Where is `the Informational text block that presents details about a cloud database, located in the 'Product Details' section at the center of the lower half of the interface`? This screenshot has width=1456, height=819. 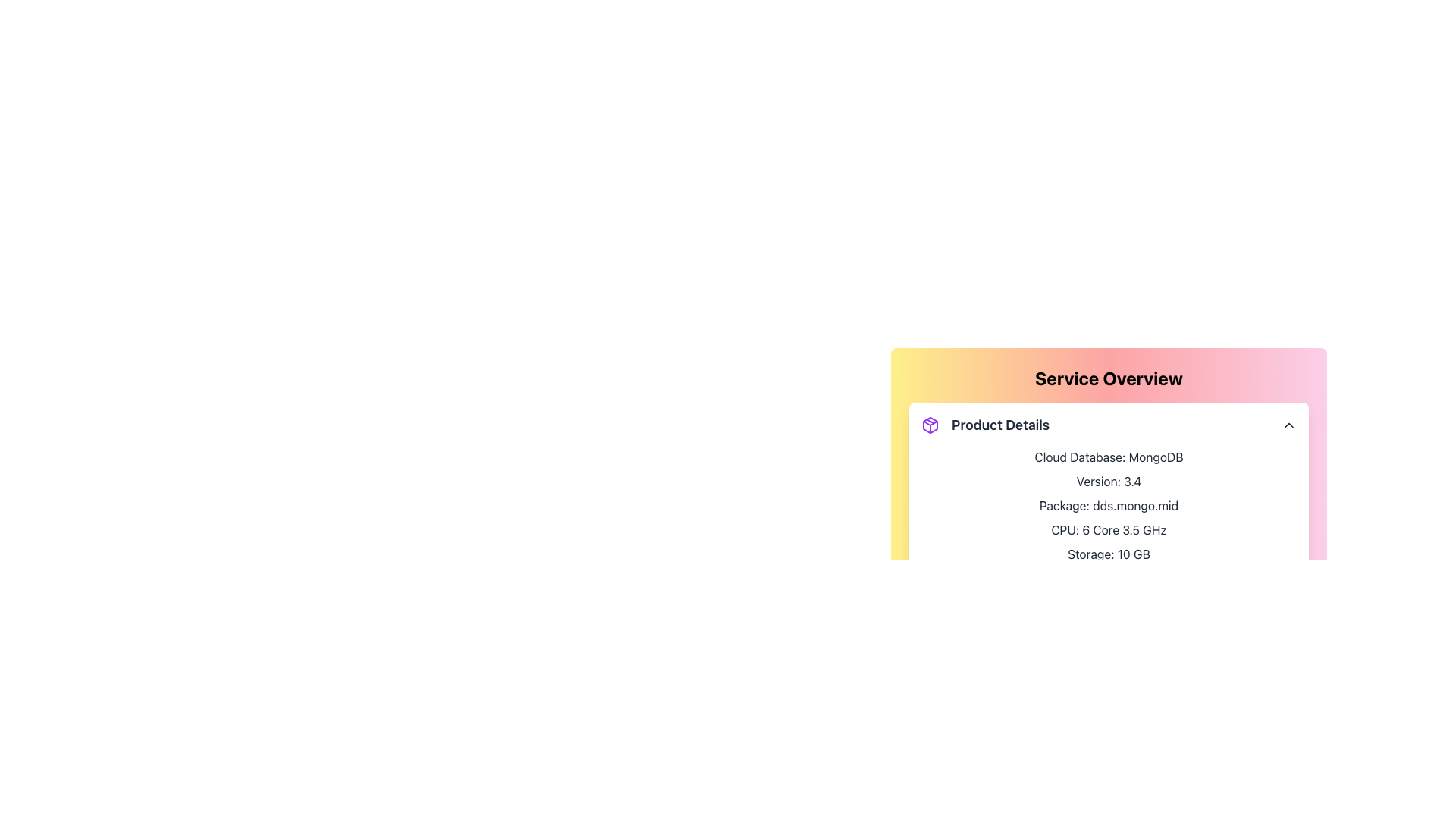
the Informational text block that presents details about a cloud database, located in the 'Product Details' section at the center of the lower half of the interface is located at coordinates (1109, 506).